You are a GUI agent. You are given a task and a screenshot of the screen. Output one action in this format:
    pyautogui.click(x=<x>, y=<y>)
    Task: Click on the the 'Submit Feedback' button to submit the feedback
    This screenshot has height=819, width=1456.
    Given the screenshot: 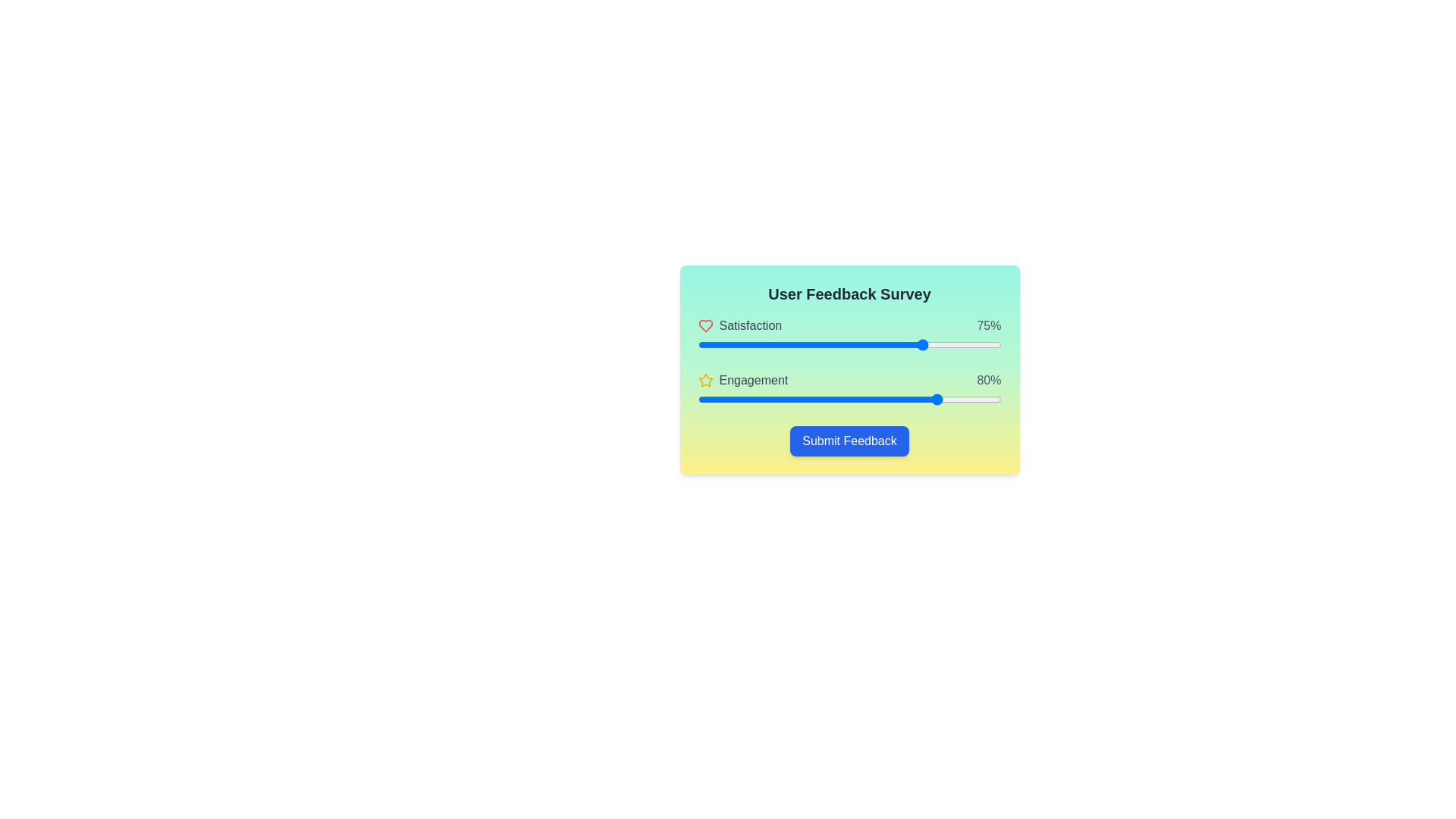 What is the action you would take?
    pyautogui.click(x=849, y=441)
    